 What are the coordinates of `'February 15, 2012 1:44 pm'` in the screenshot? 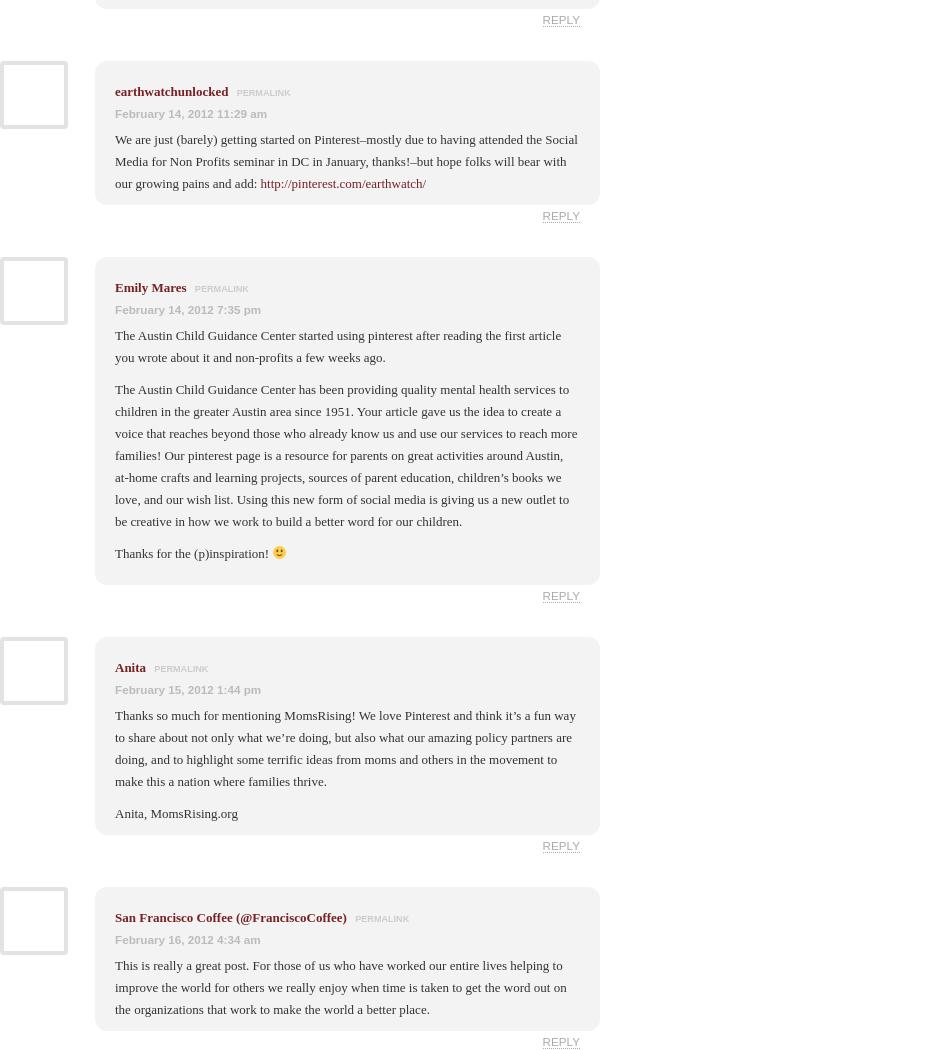 It's located at (187, 688).